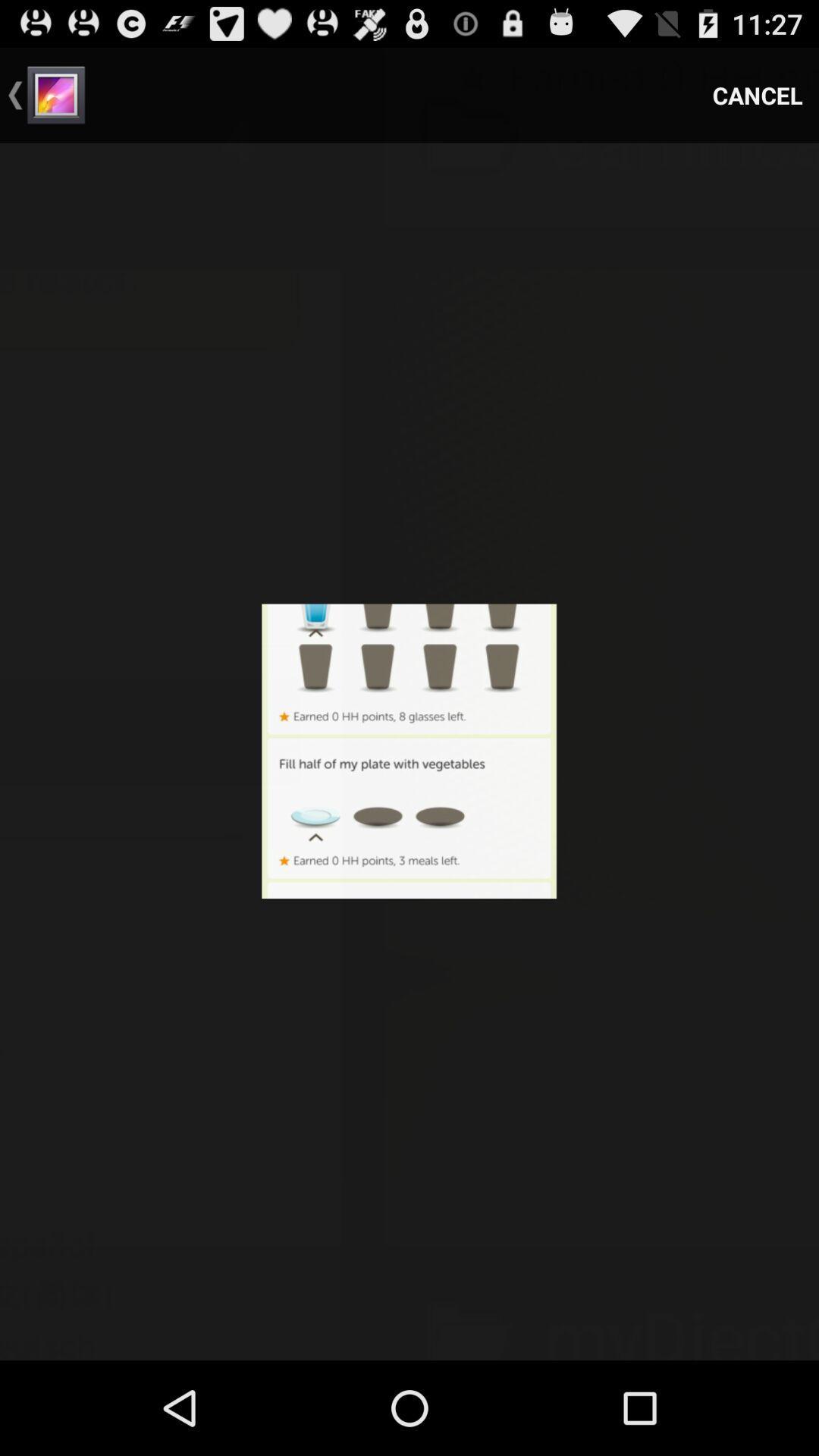 Image resolution: width=819 pixels, height=1456 pixels. What do you see at coordinates (758, 94) in the screenshot?
I see `the cancel` at bounding box center [758, 94].